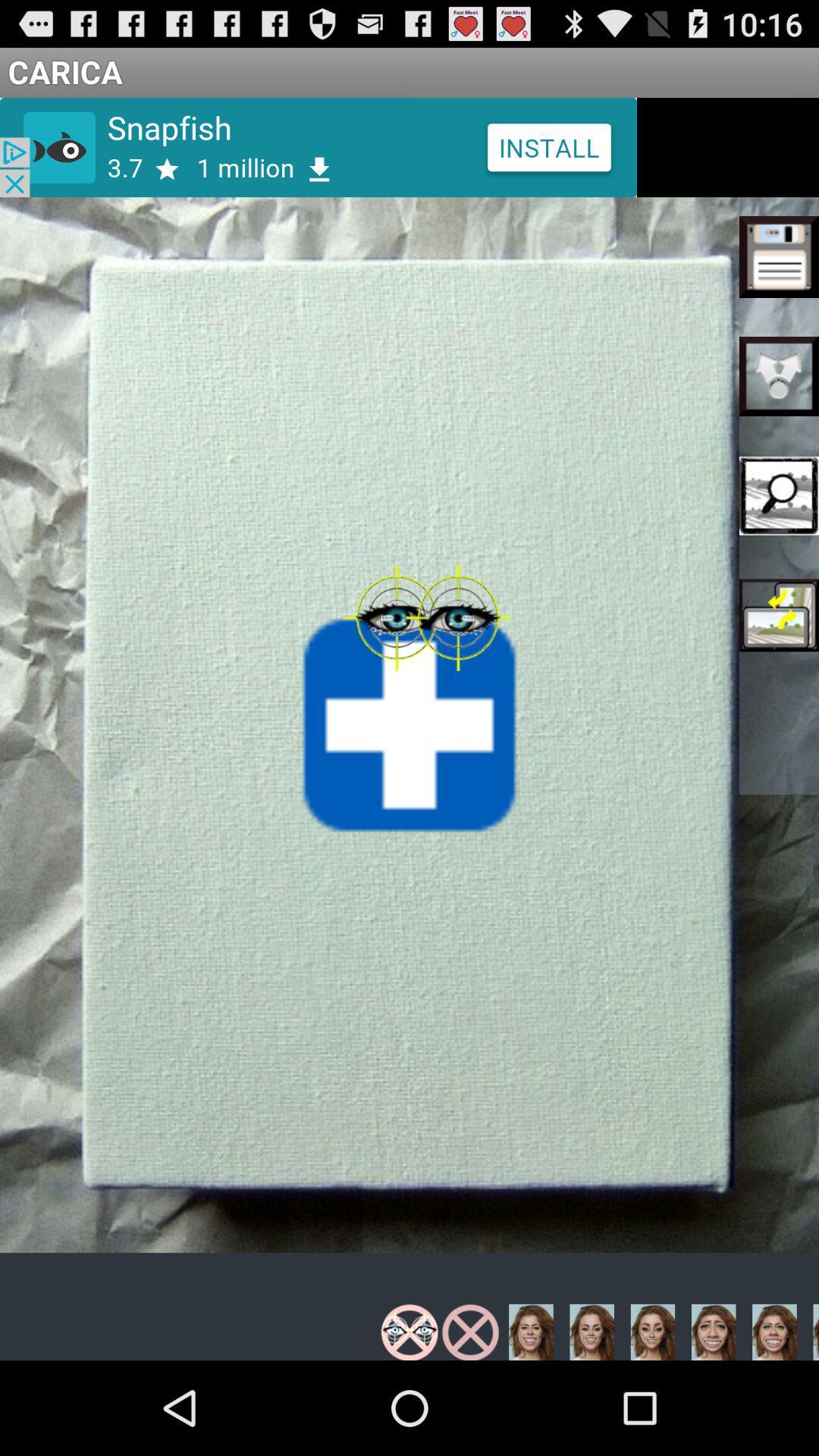 This screenshot has height=1456, width=819. I want to click on the second filter which is in the bottom line of the page, so click(469, 1331).